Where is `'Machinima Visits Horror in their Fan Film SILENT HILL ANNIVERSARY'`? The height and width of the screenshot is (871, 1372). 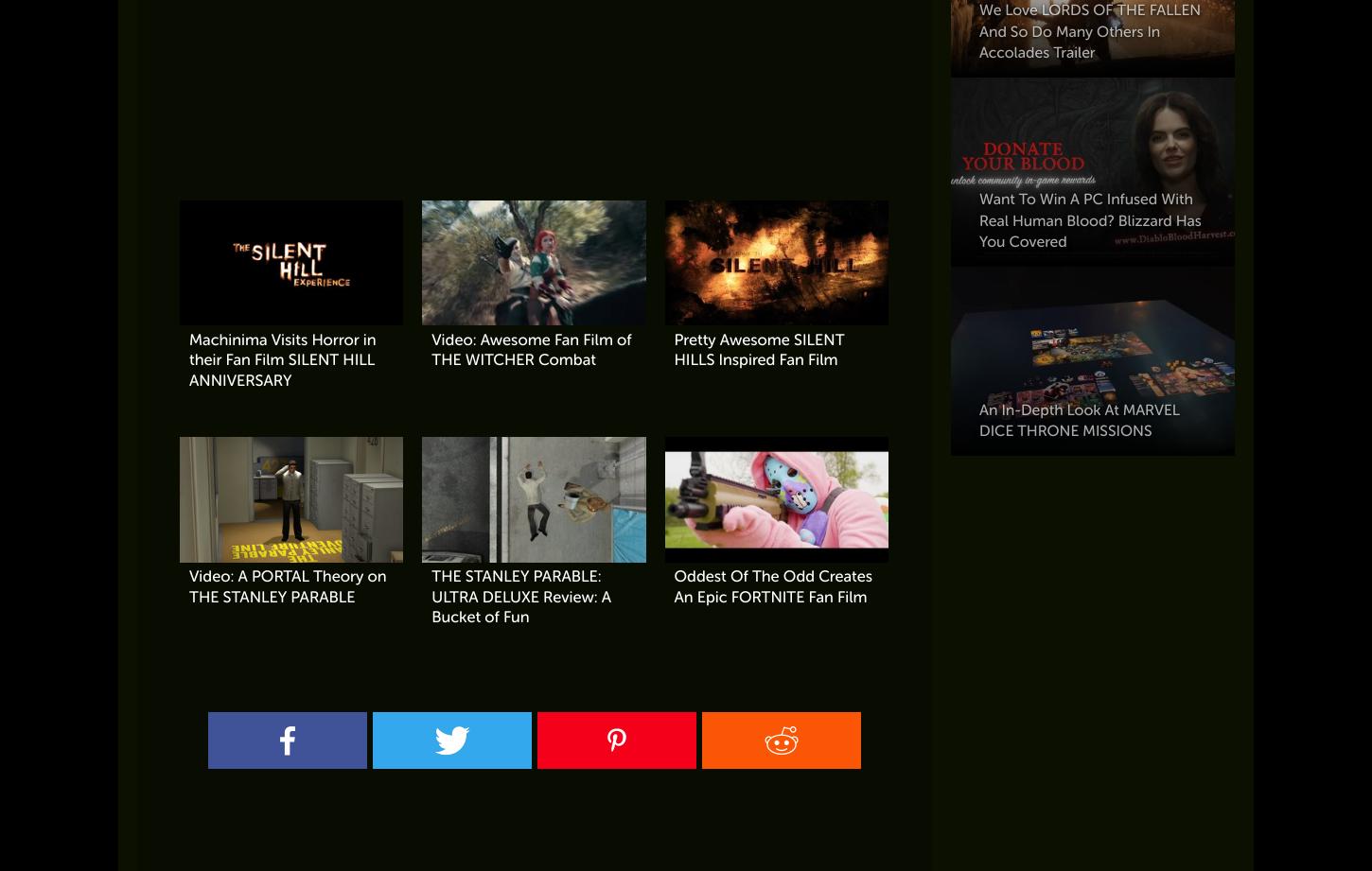 'Machinima Visits Horror in their Fan Film SILENT HILL ANNIVERSARY' is located at coordinates (282, 359).